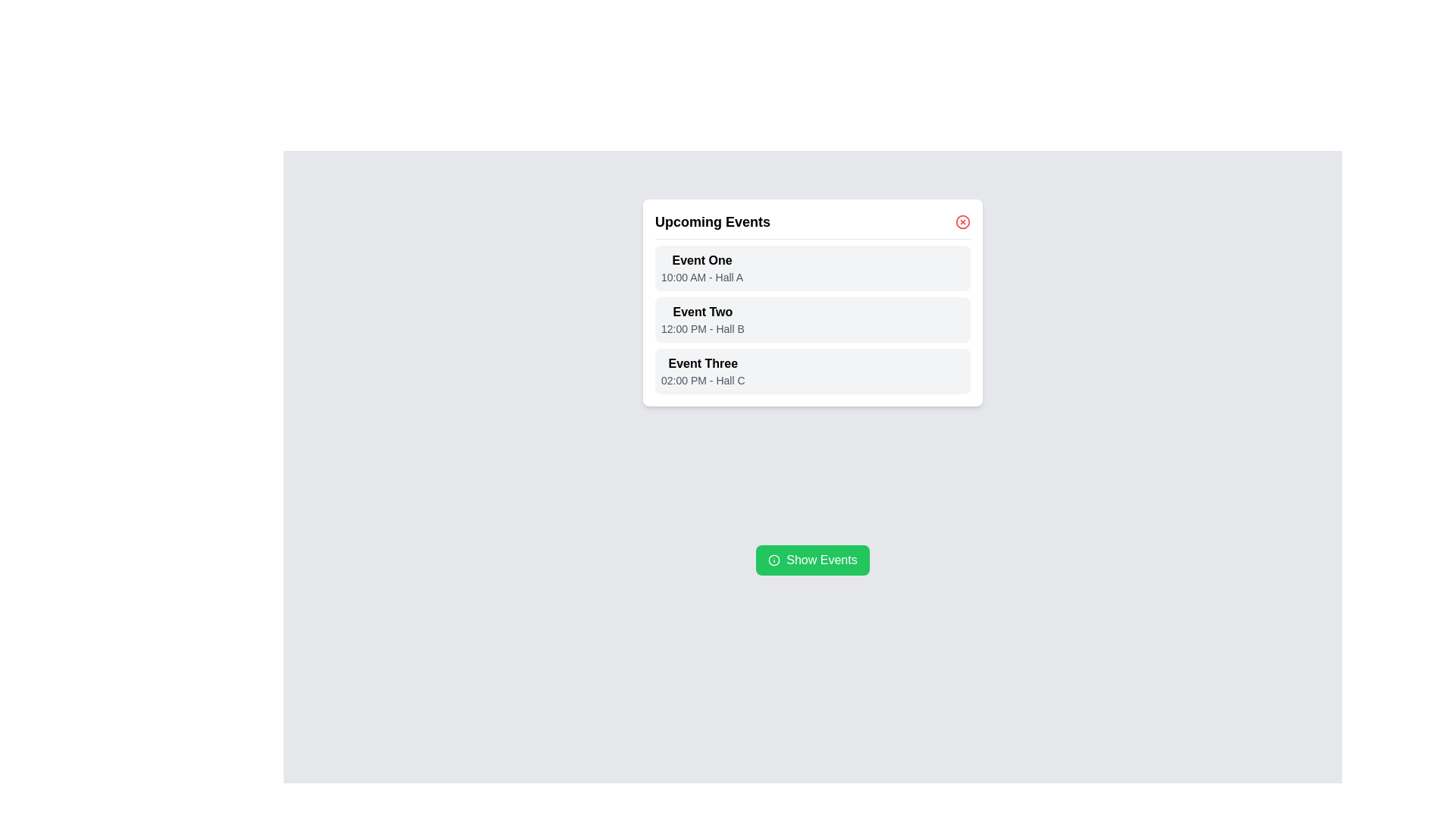 The width and height of the screenshot is (1456, 819). What do you see at coordinates (701, 268) in the screenshot?
I see `event details from the Text Display showing 'Event One' and '10:00 AM - Hall A', which is the first item in the 'Upcoming Events' section` at bounding box center [701, 268].